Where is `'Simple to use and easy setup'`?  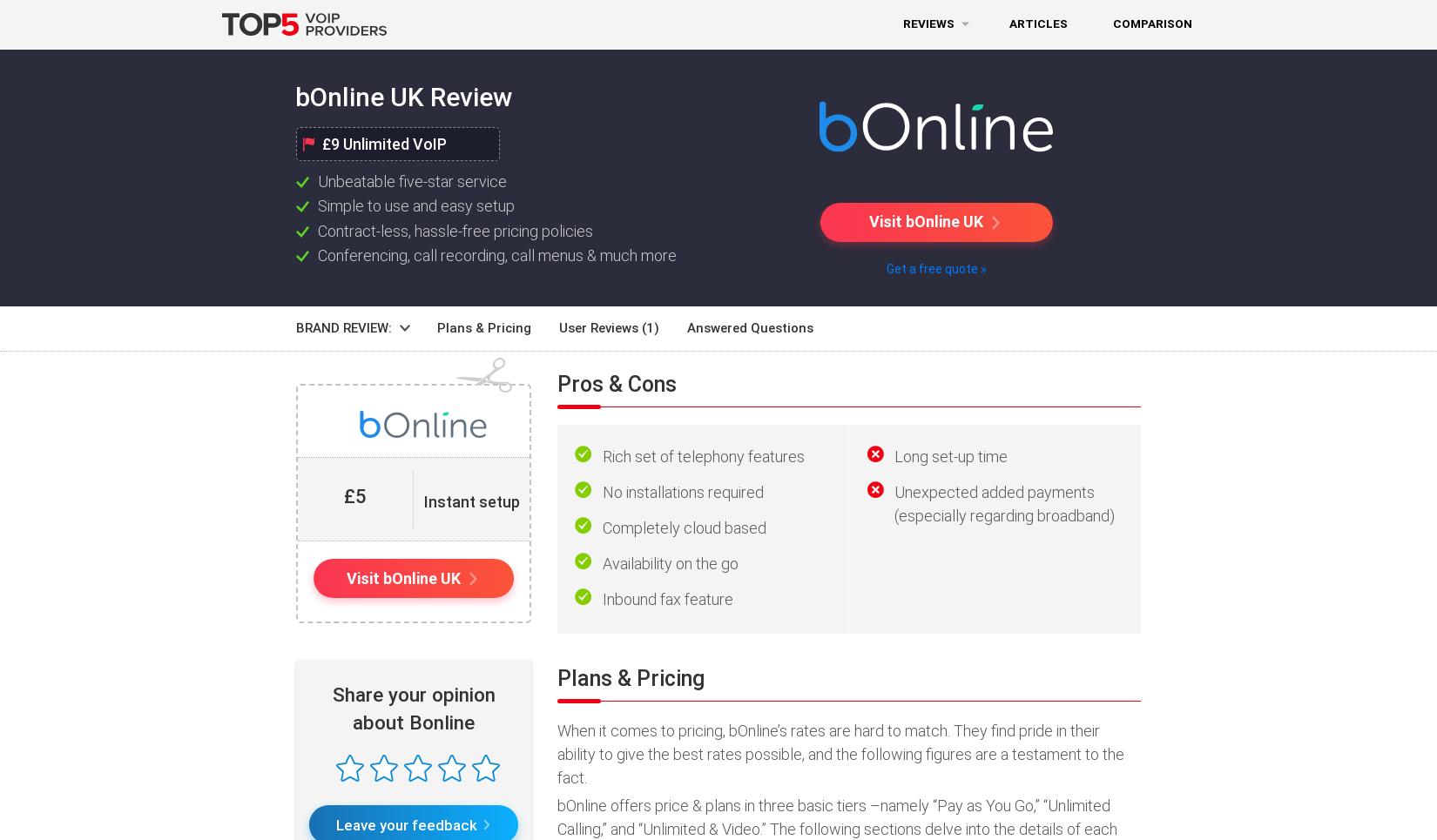 'Simple to use and easy setup' is located at coordinates (415, 205).